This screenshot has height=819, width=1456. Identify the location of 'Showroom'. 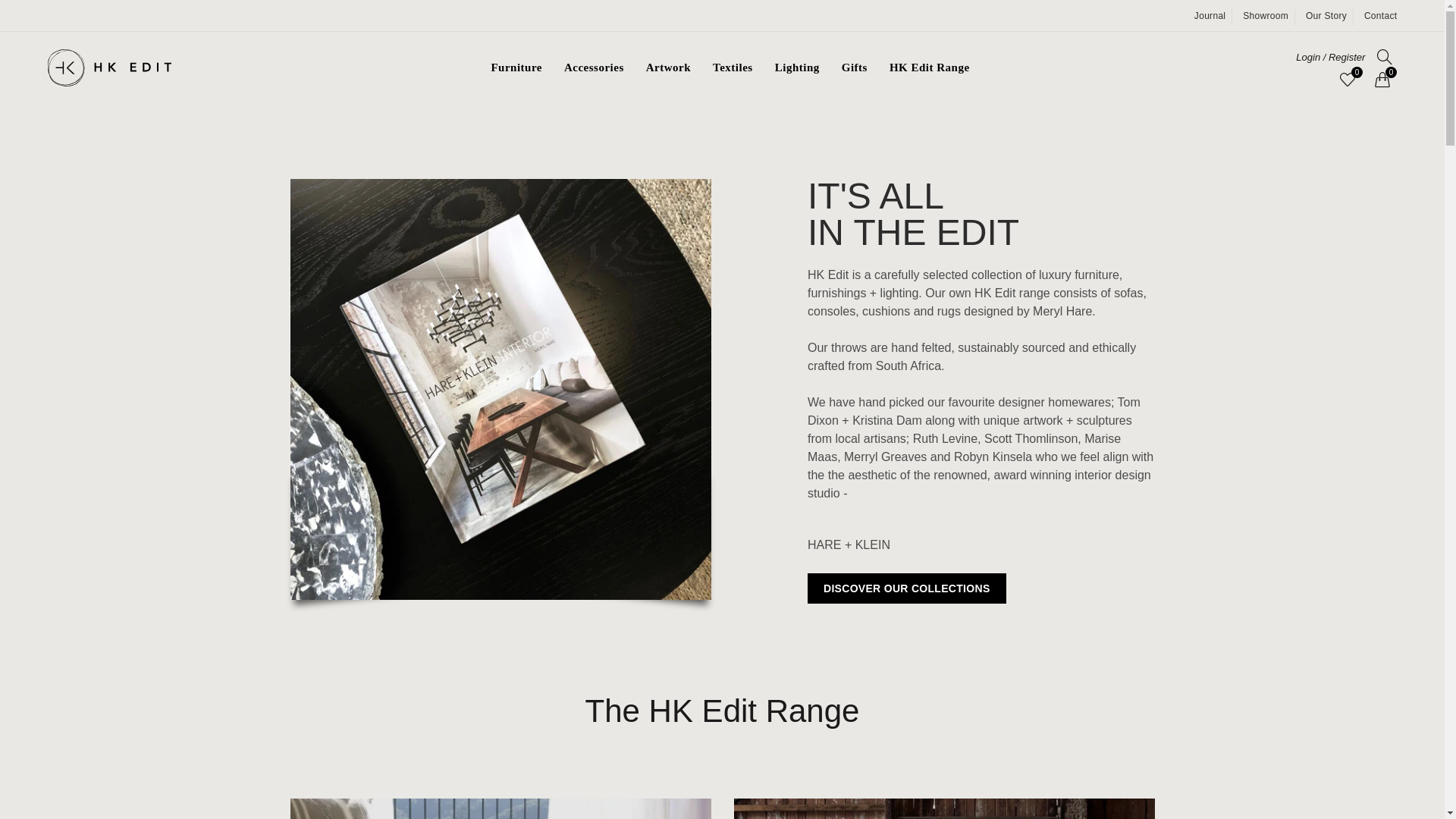
(1266, 15).